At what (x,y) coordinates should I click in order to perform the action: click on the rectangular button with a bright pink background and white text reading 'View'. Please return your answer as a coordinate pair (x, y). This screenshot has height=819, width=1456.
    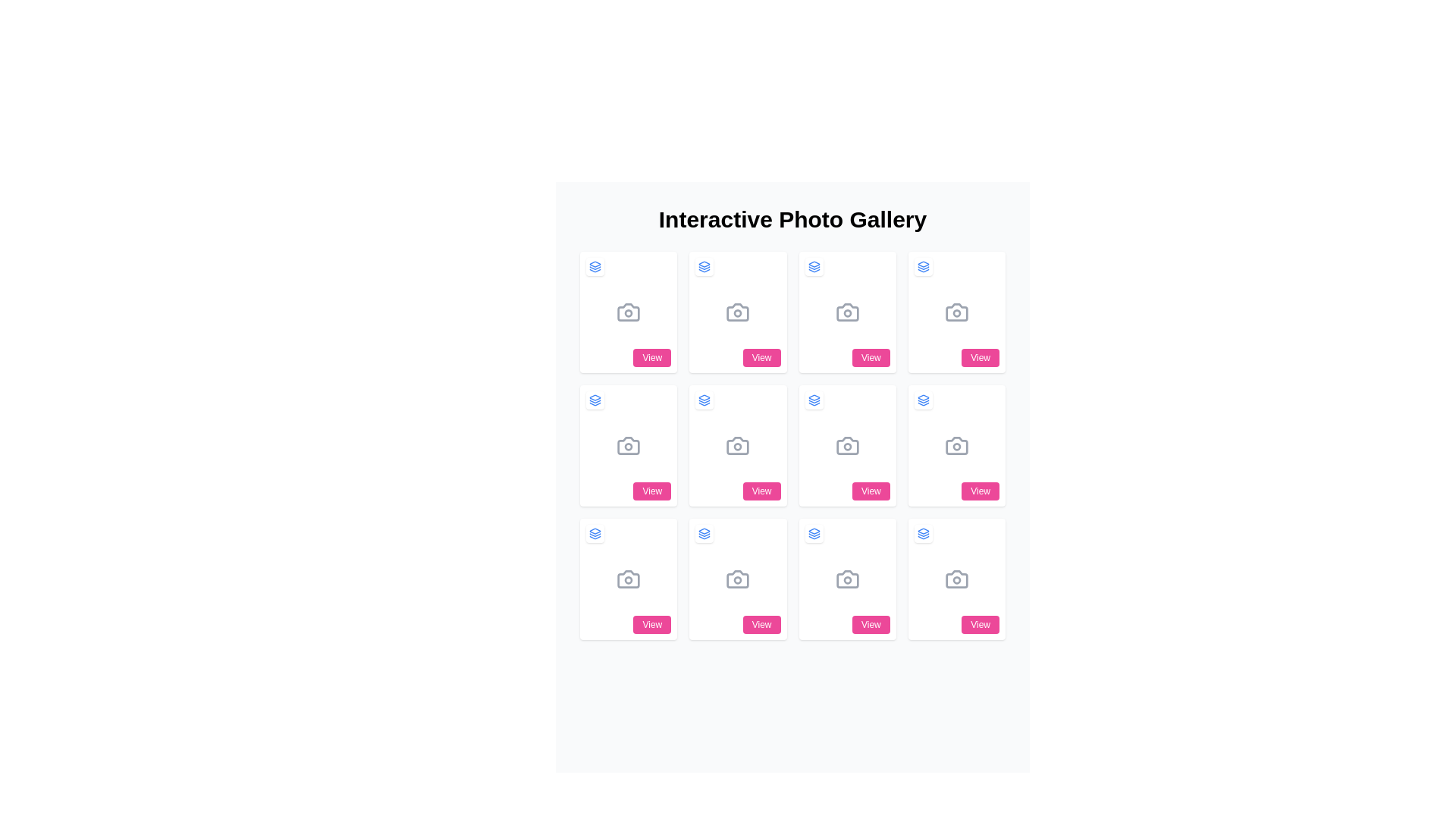
    Looking at the image, I should click on (652, 357).